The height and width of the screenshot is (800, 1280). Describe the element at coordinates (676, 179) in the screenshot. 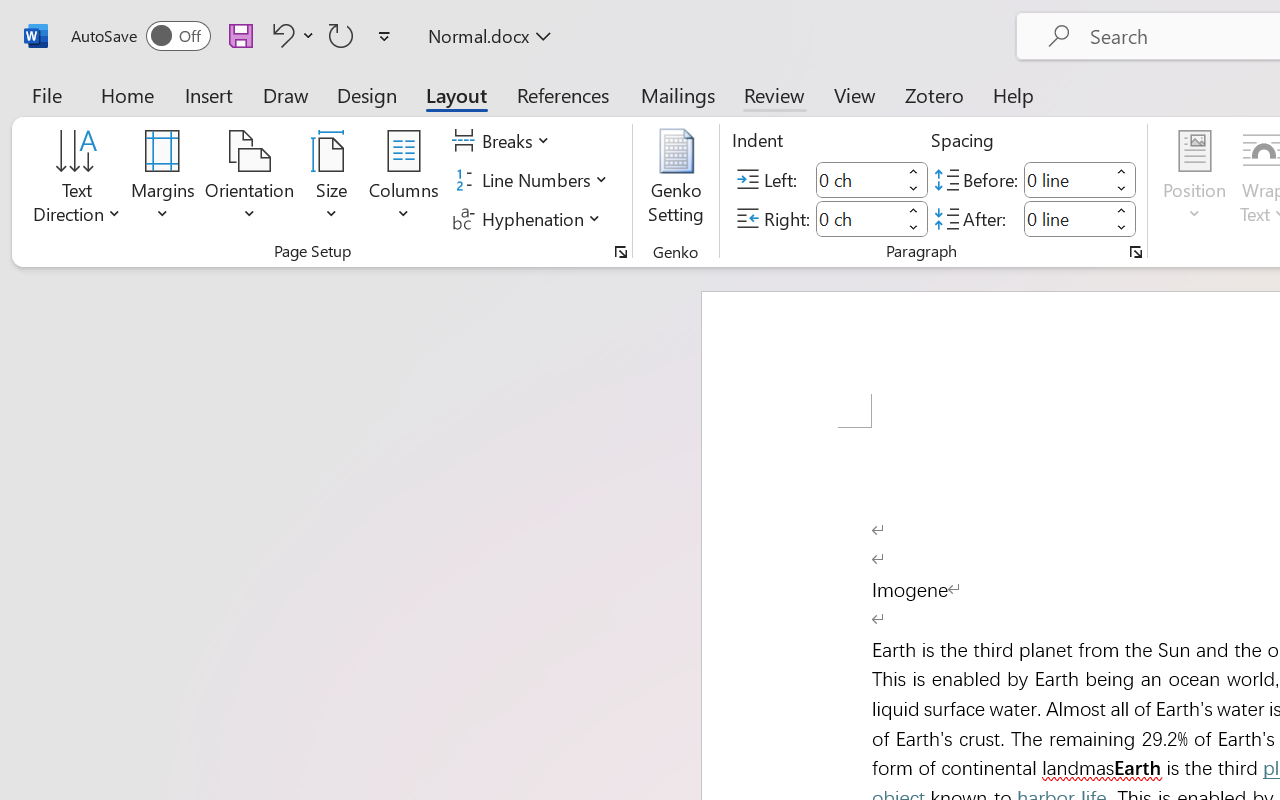

I see `'Genko Setting...'` at that location.